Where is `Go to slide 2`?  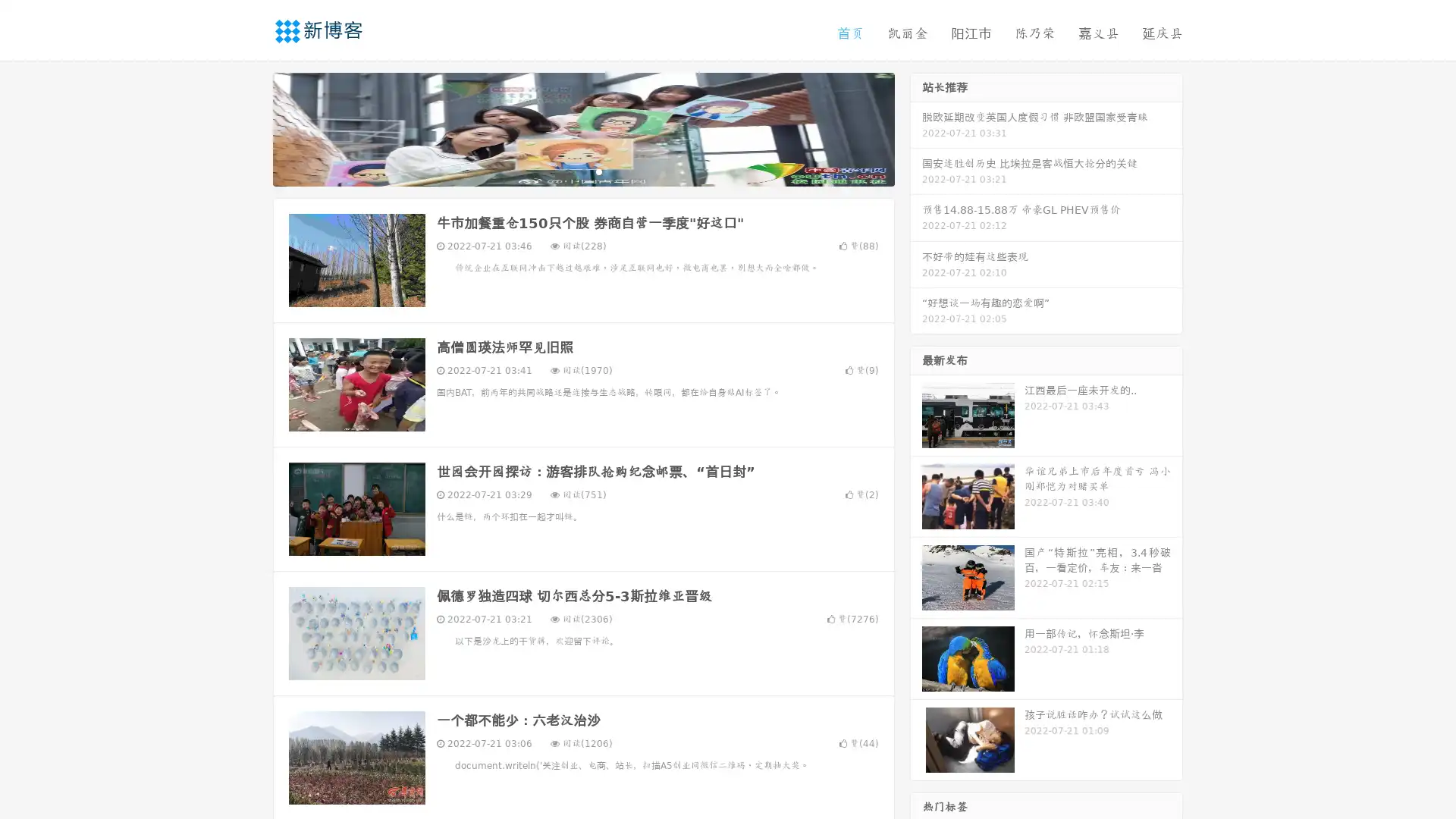
Go to slide 2 is located at coordinates (582, 171).